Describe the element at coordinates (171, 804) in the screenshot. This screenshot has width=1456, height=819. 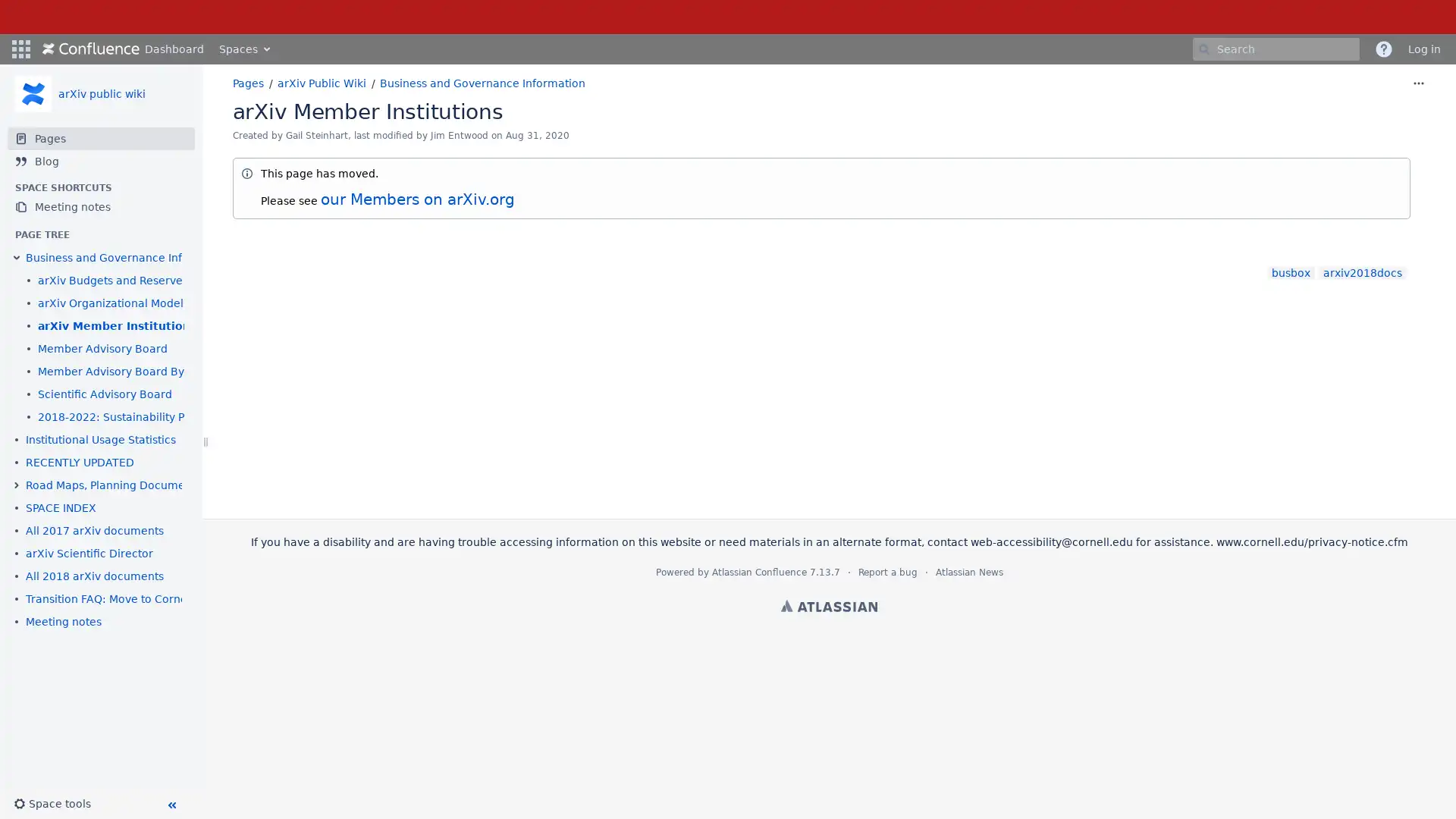
I see `Collapse sidebar ( [ )` at that location.